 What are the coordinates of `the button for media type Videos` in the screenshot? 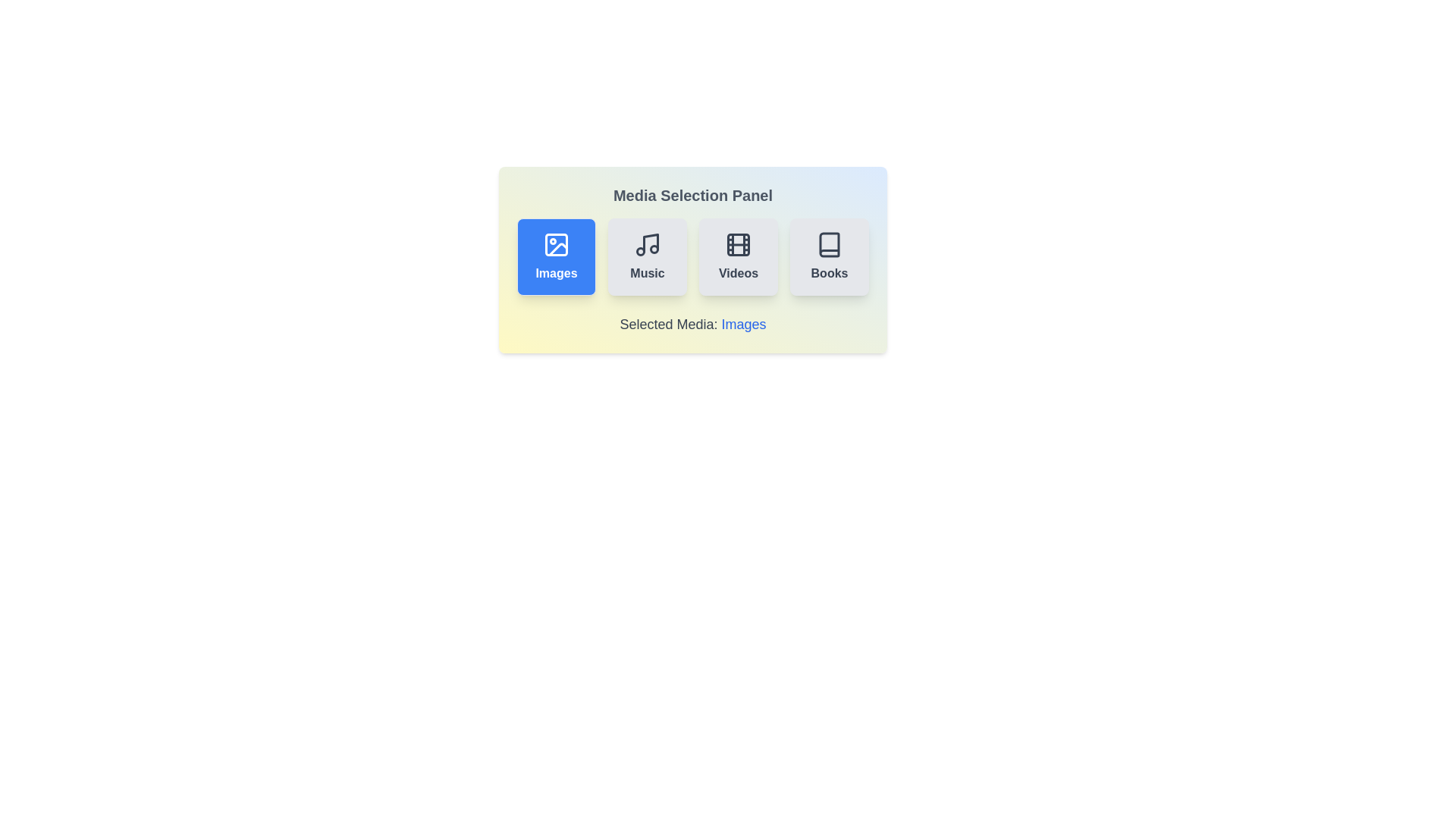 It's located at (739, 256).